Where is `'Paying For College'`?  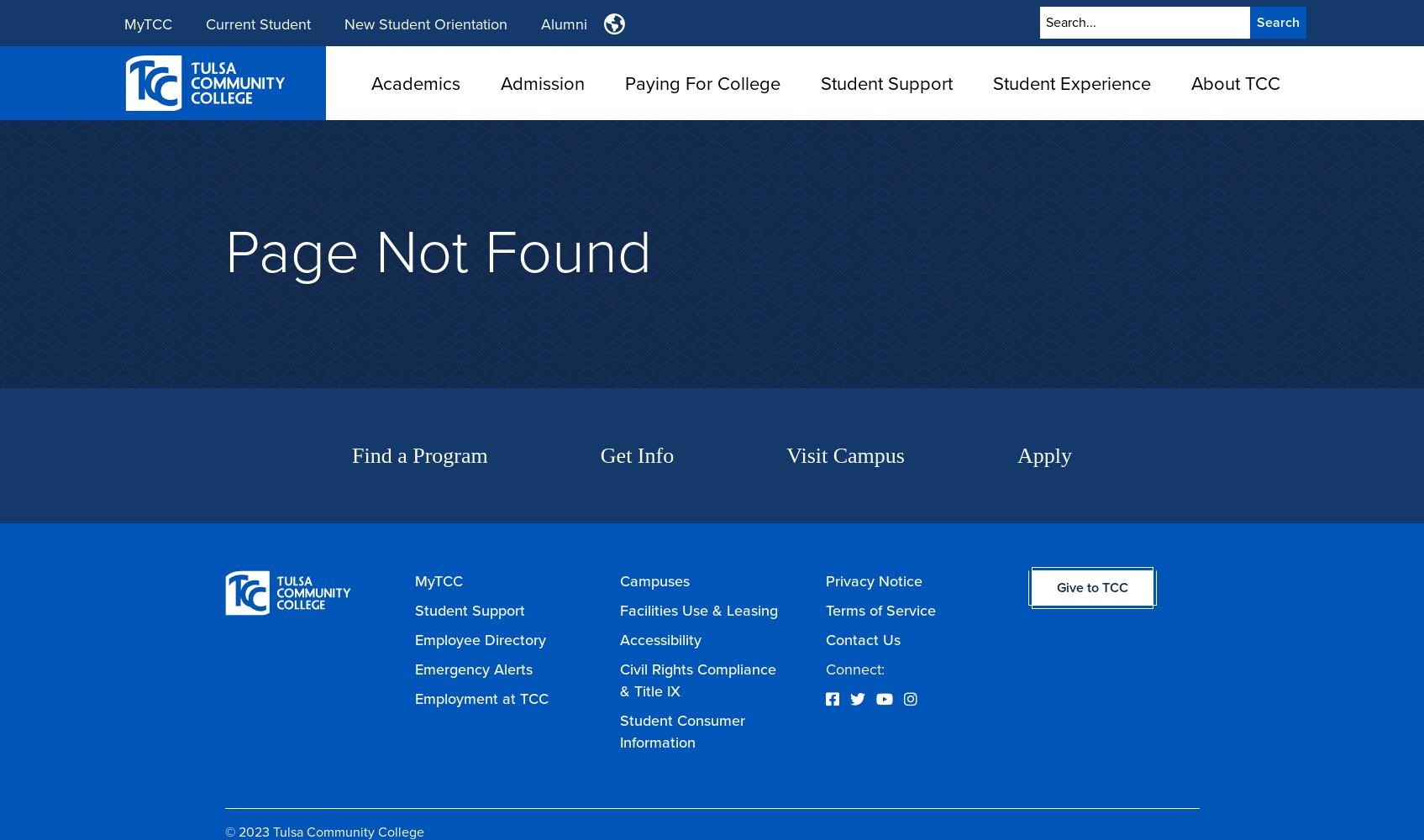
'Paying For College' is located at coordinates (701, 81).